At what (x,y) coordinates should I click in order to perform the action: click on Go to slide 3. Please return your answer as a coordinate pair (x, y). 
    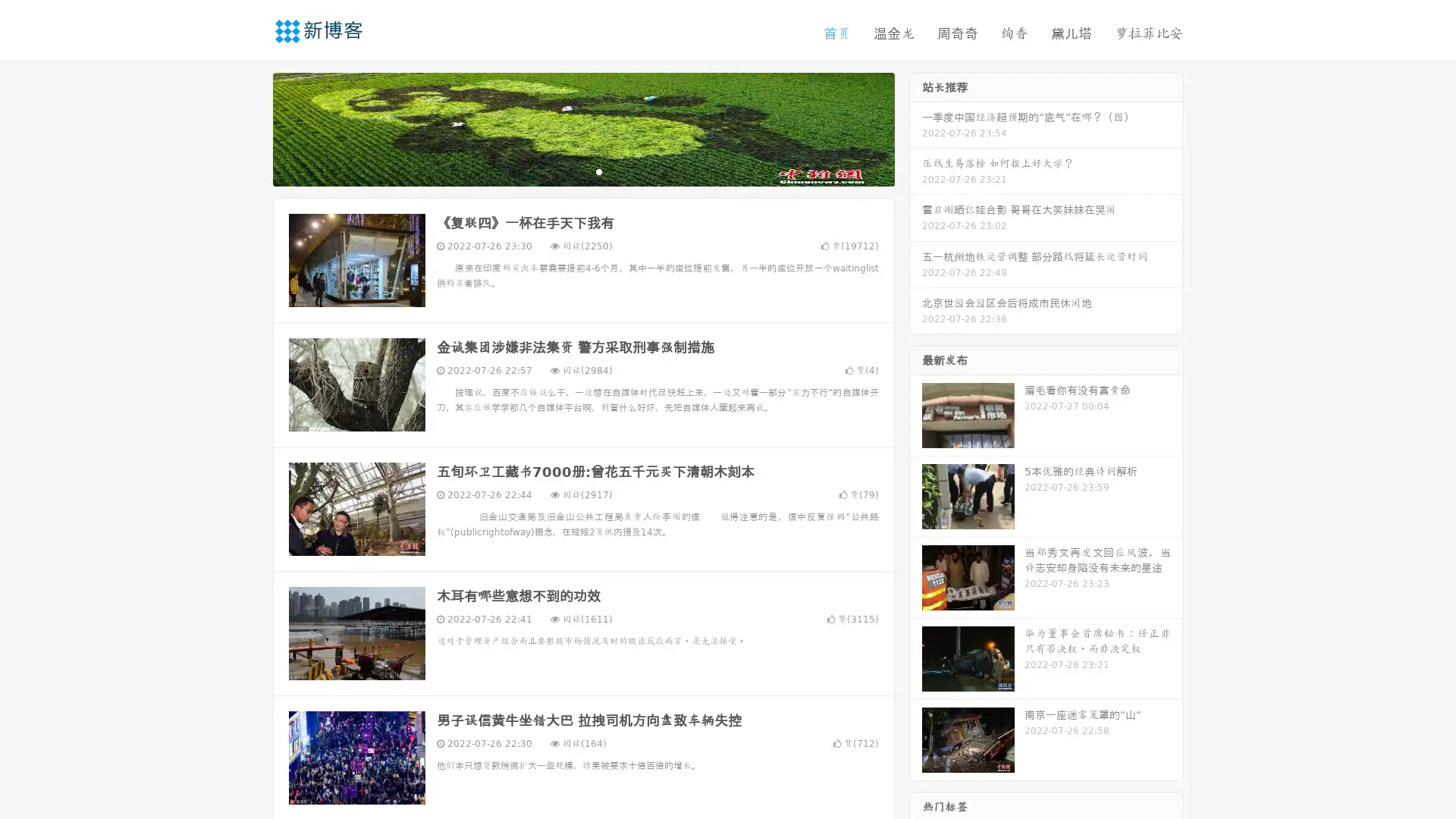
    Looking at the image, I should click on (598, 171).